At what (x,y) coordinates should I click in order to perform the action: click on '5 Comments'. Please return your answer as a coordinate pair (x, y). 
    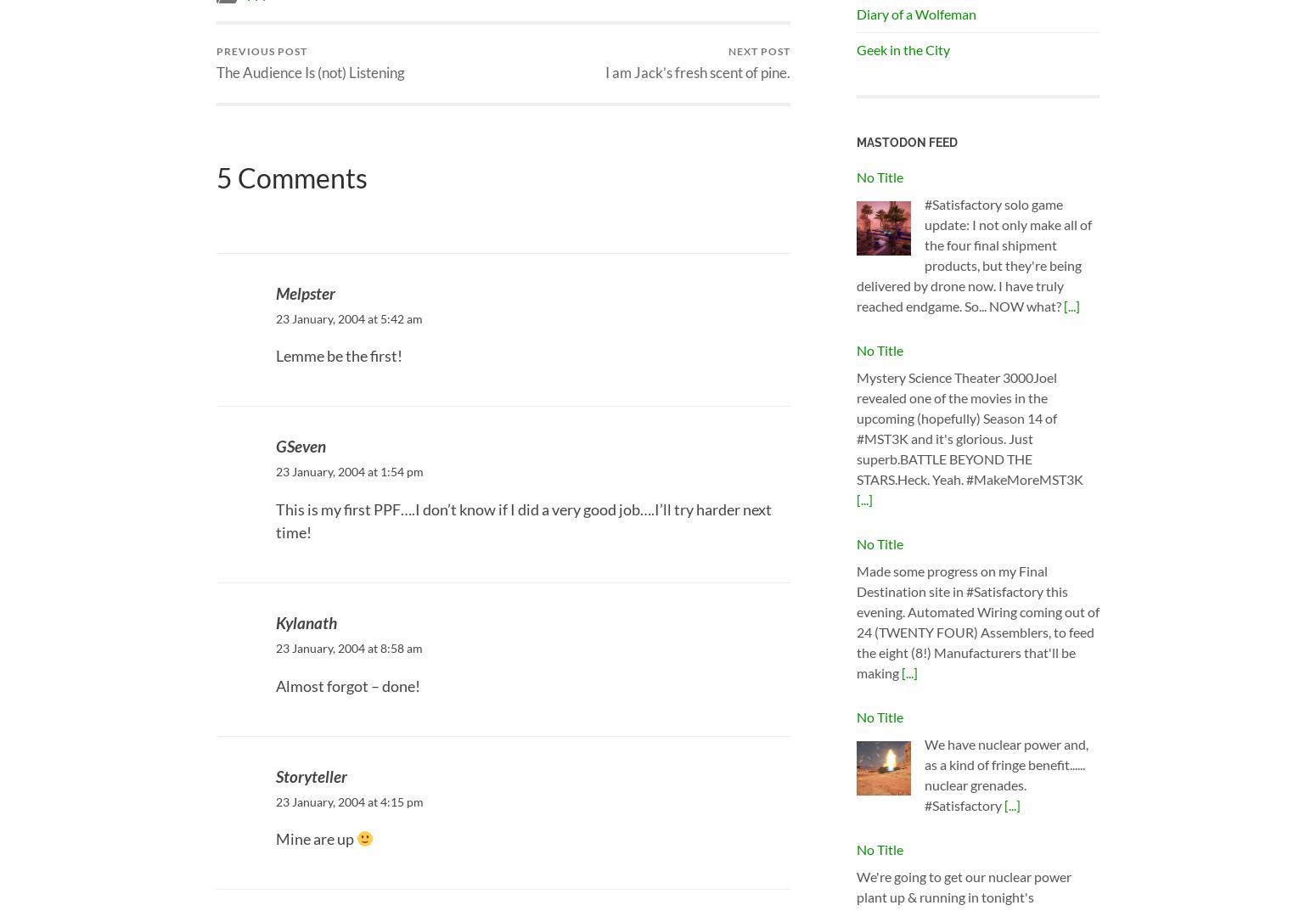
    Looking at the image, I should click on (290, 177).